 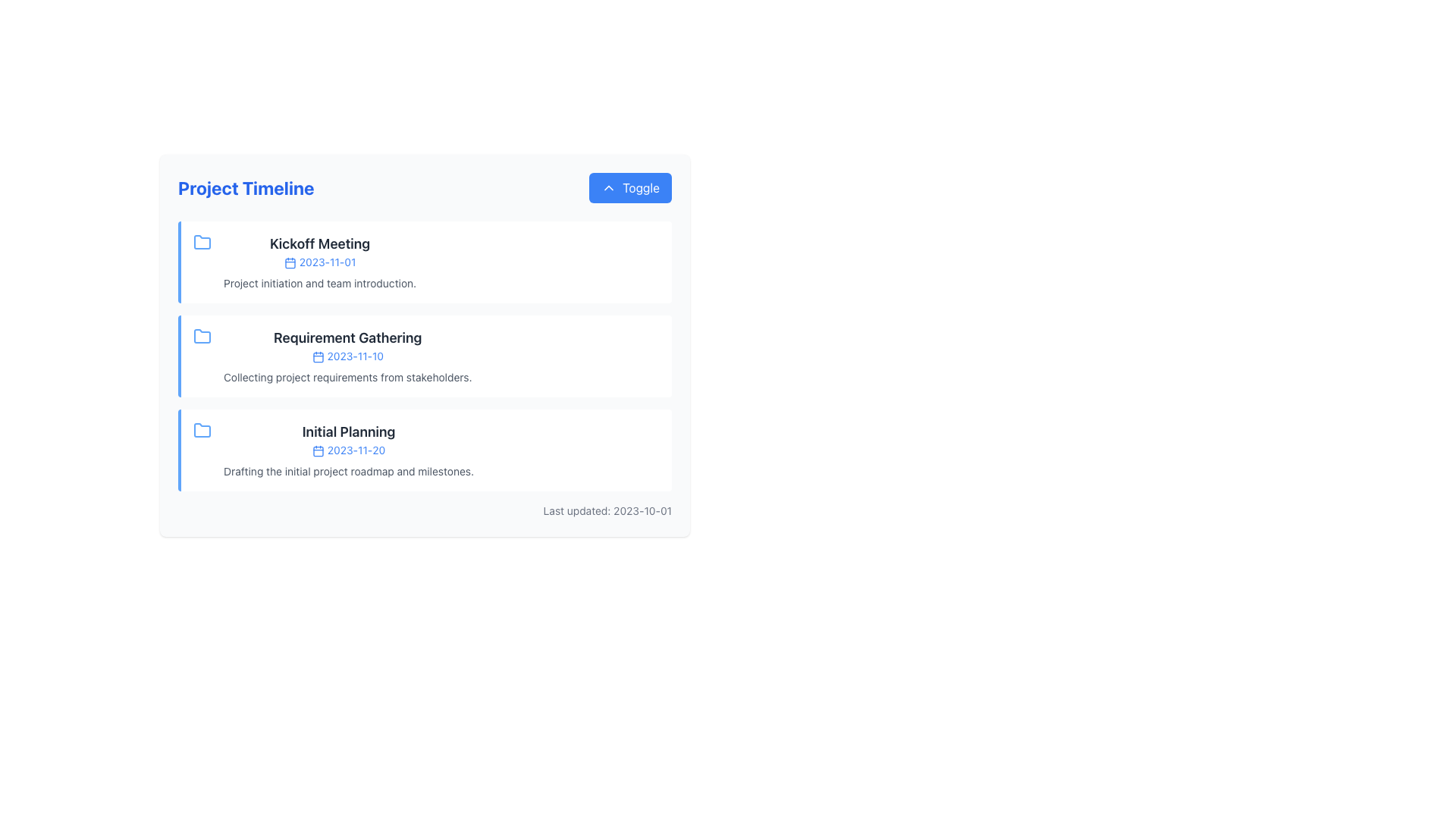 What do you see at coordinates (317, 357) in the screenshot?
I see `the decorative rectangle within the SVG calendar icon that is part of the 'Requirement Gathering' item in the 'Project Timeline' section` at bounding box center [317, 357].